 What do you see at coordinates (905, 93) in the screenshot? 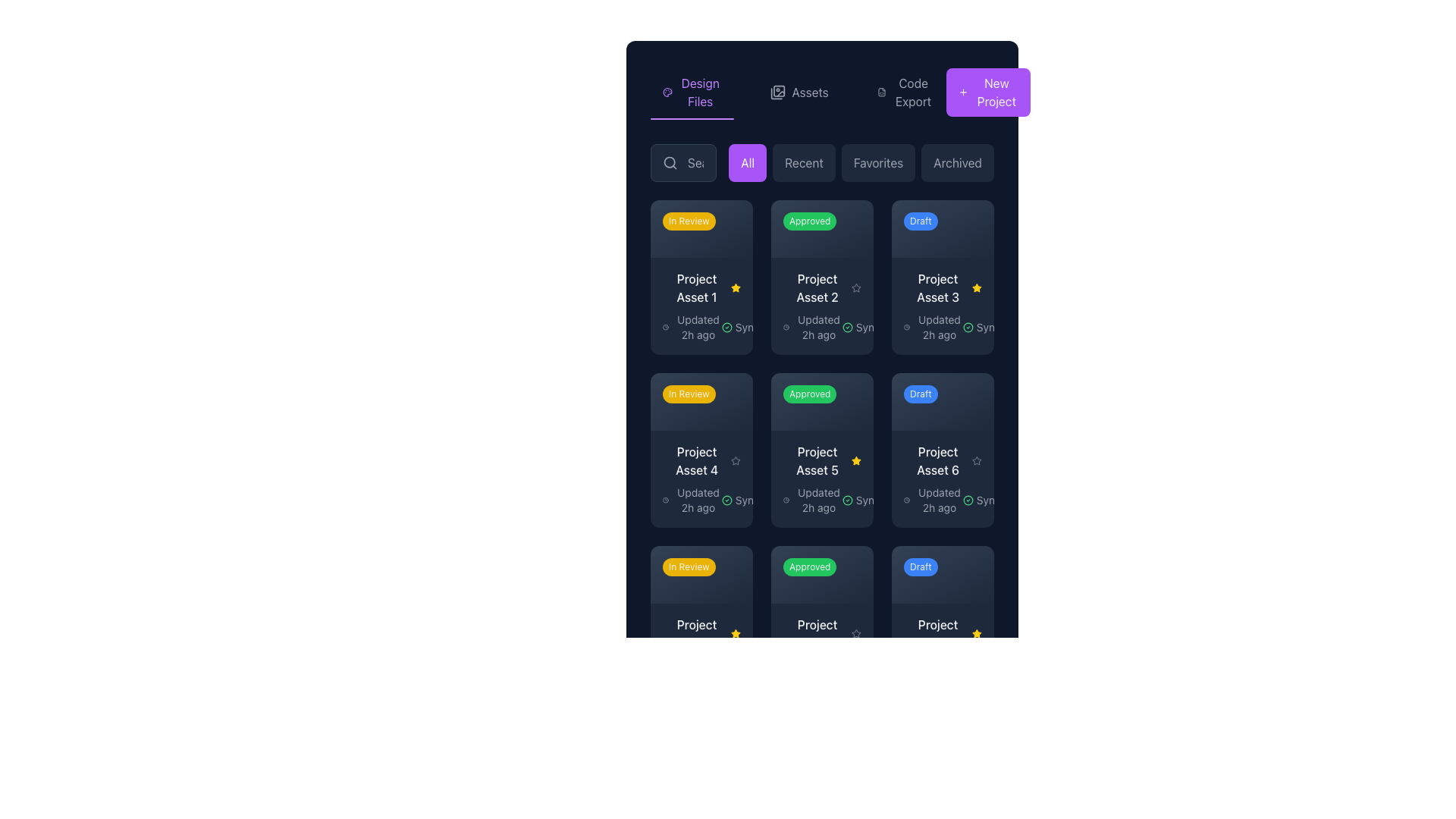
I see `the third navigation element in the top header section` at bounding box center [905, 93].